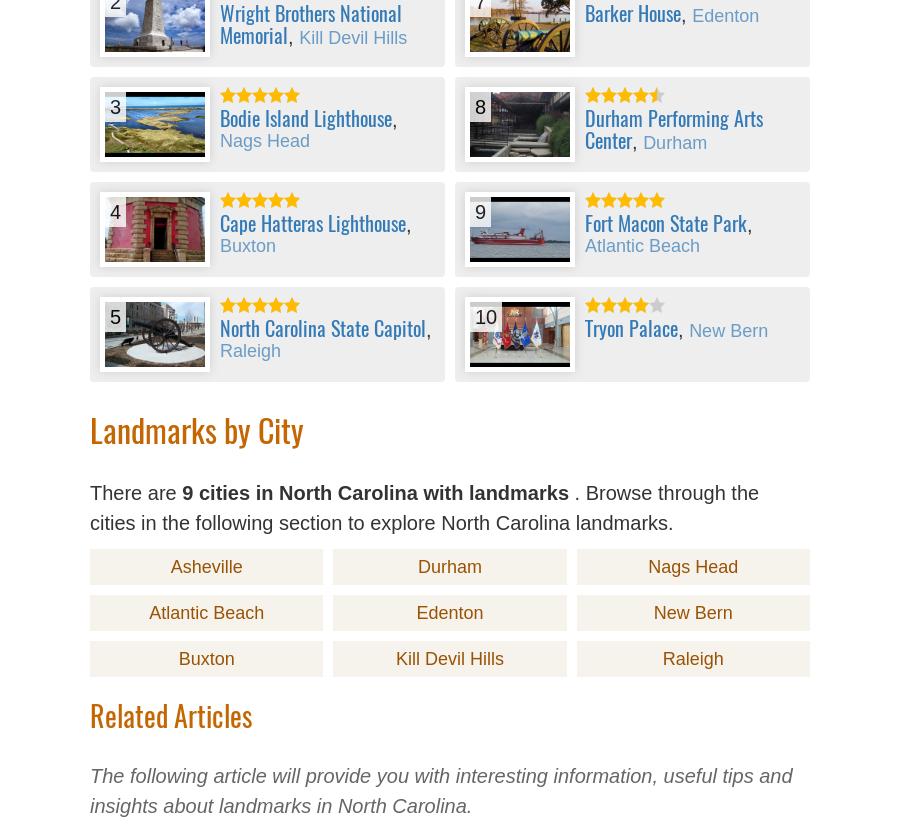 This screenshot has height=827, width=900. I want to click on 'The following article will provide you with interesting information, useful tips and insights about landmarks in North Carolina.', so click(441, 791).